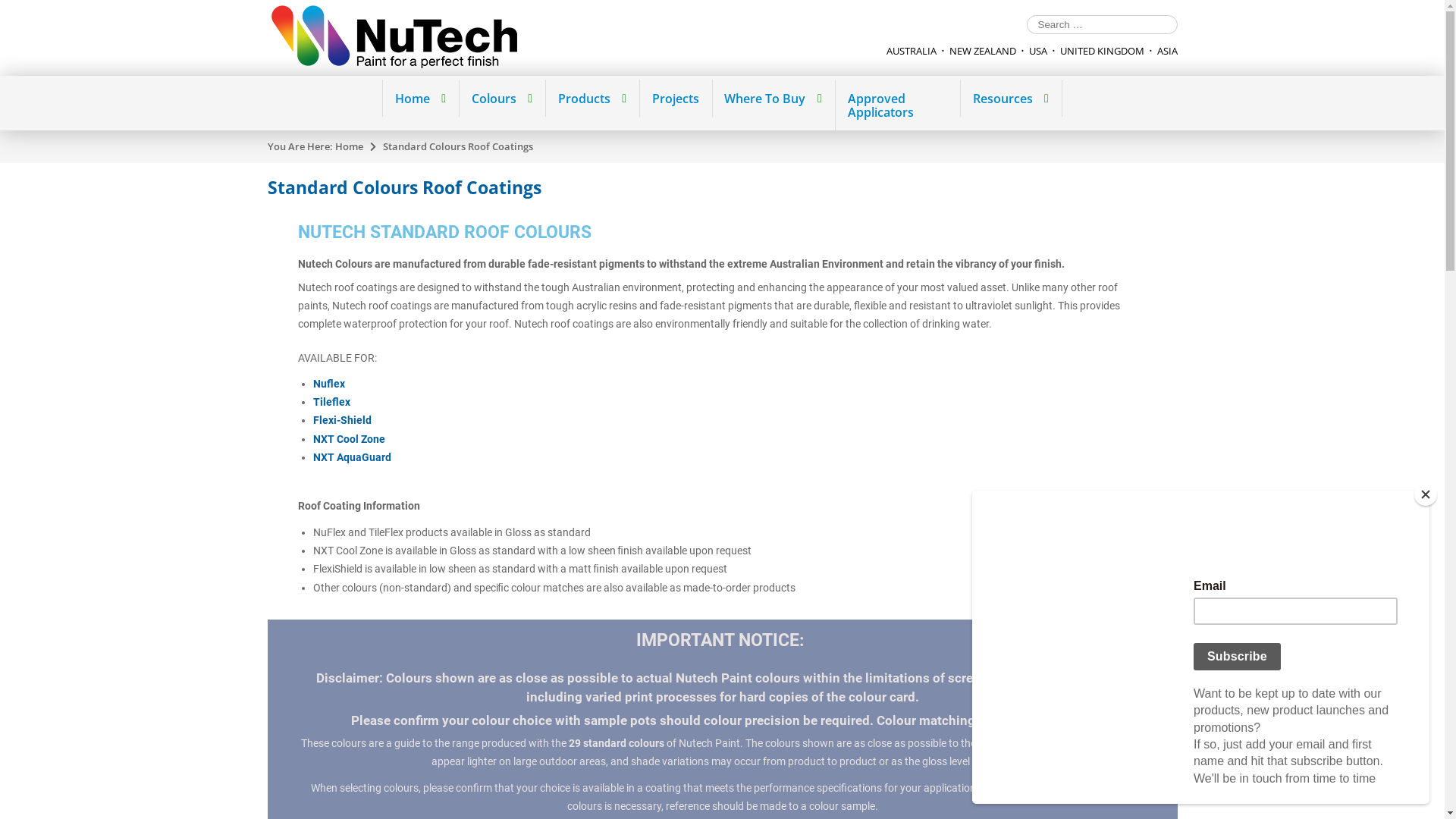 The width and height of the screenshot is (1456, 819). What do you see at coordinates (348, 146) in the screenshot?
I see `'Home'` at bounding box center [348, 146].